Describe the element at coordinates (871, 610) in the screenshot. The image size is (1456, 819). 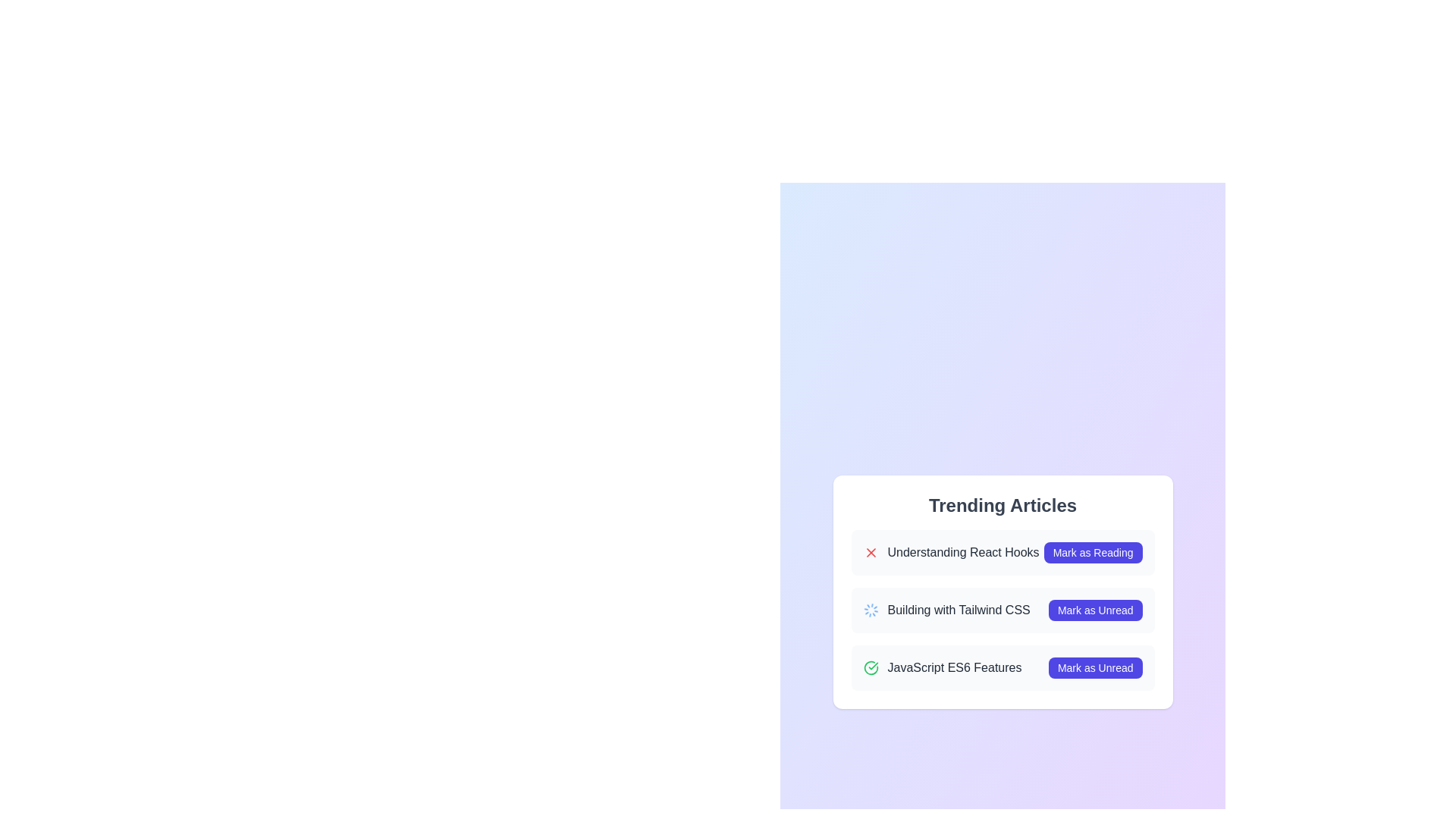
I see `the Loader icon located to the left of the text 'Building with Tailwind CSS' in the 'Trending Articles' section to indicate a loading state` at that location.